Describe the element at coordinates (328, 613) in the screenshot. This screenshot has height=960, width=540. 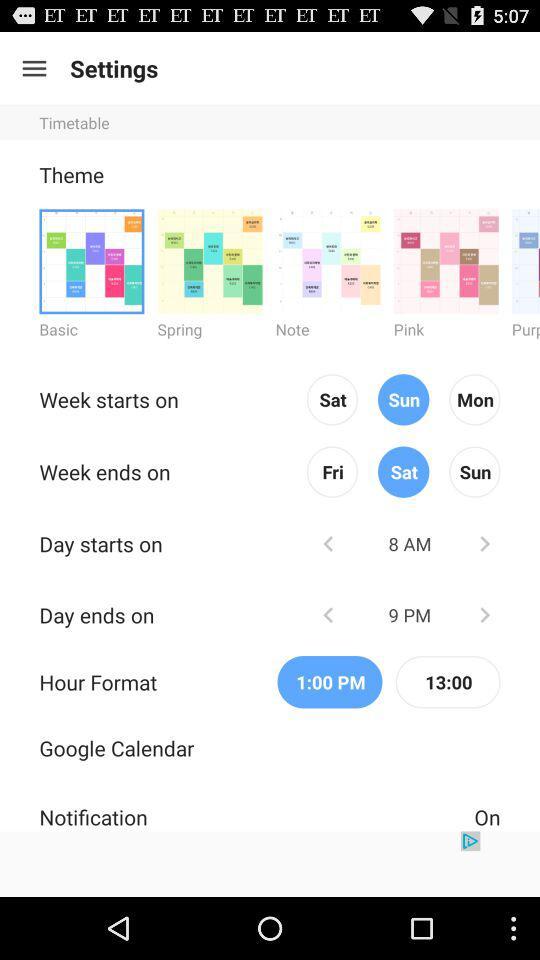
I see `change selection to previous` at that location.